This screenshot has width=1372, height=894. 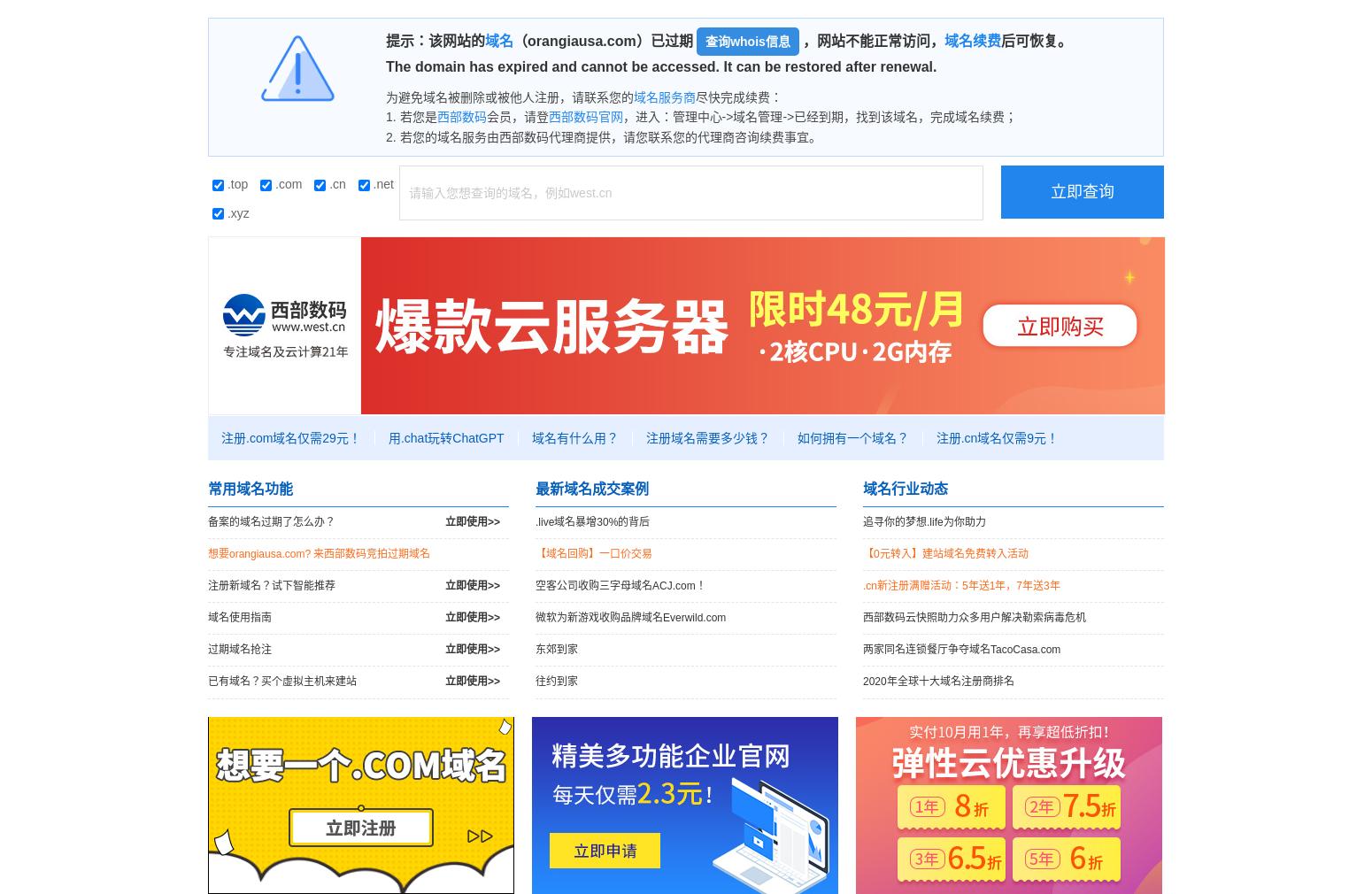 I want to click on 'The domain has expired and cannot be accessed. It can be restored after renewal.', so click(x=386, y=66).